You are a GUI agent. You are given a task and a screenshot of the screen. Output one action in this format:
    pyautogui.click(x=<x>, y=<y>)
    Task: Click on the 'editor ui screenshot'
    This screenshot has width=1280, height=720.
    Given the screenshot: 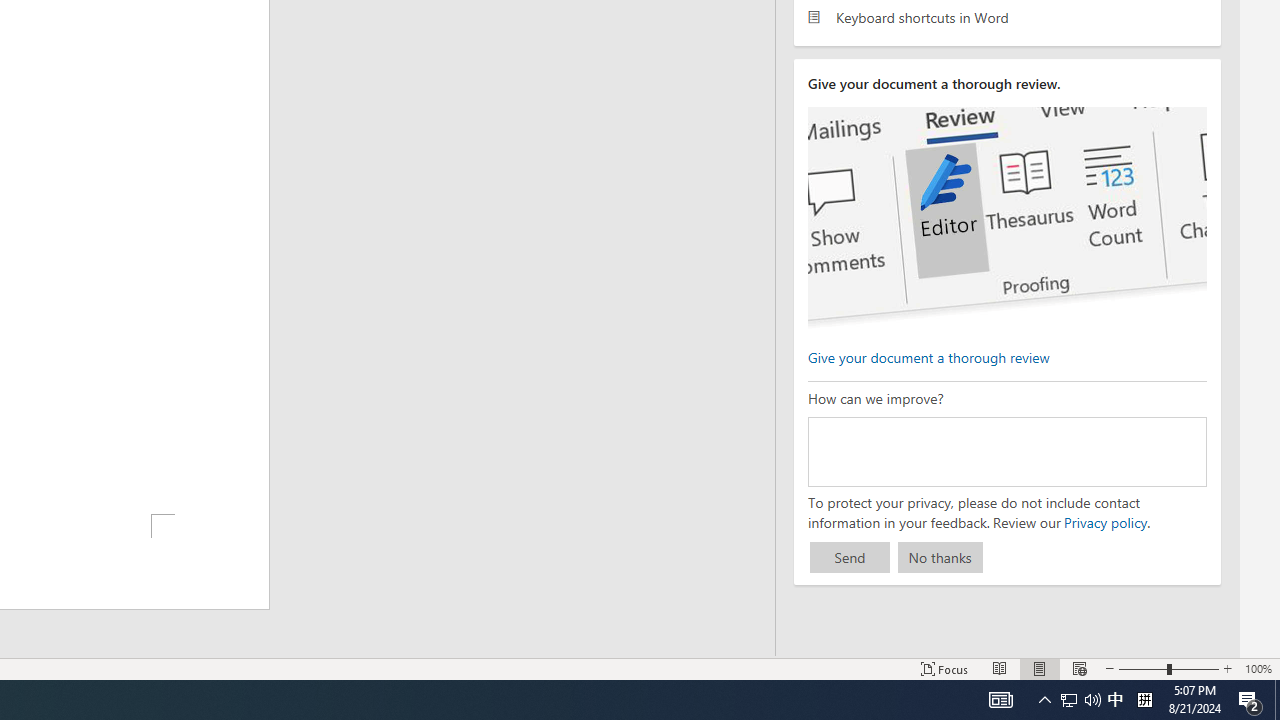 What is the action you would take?
    pyautogui.click(x=1007, y=218)
    